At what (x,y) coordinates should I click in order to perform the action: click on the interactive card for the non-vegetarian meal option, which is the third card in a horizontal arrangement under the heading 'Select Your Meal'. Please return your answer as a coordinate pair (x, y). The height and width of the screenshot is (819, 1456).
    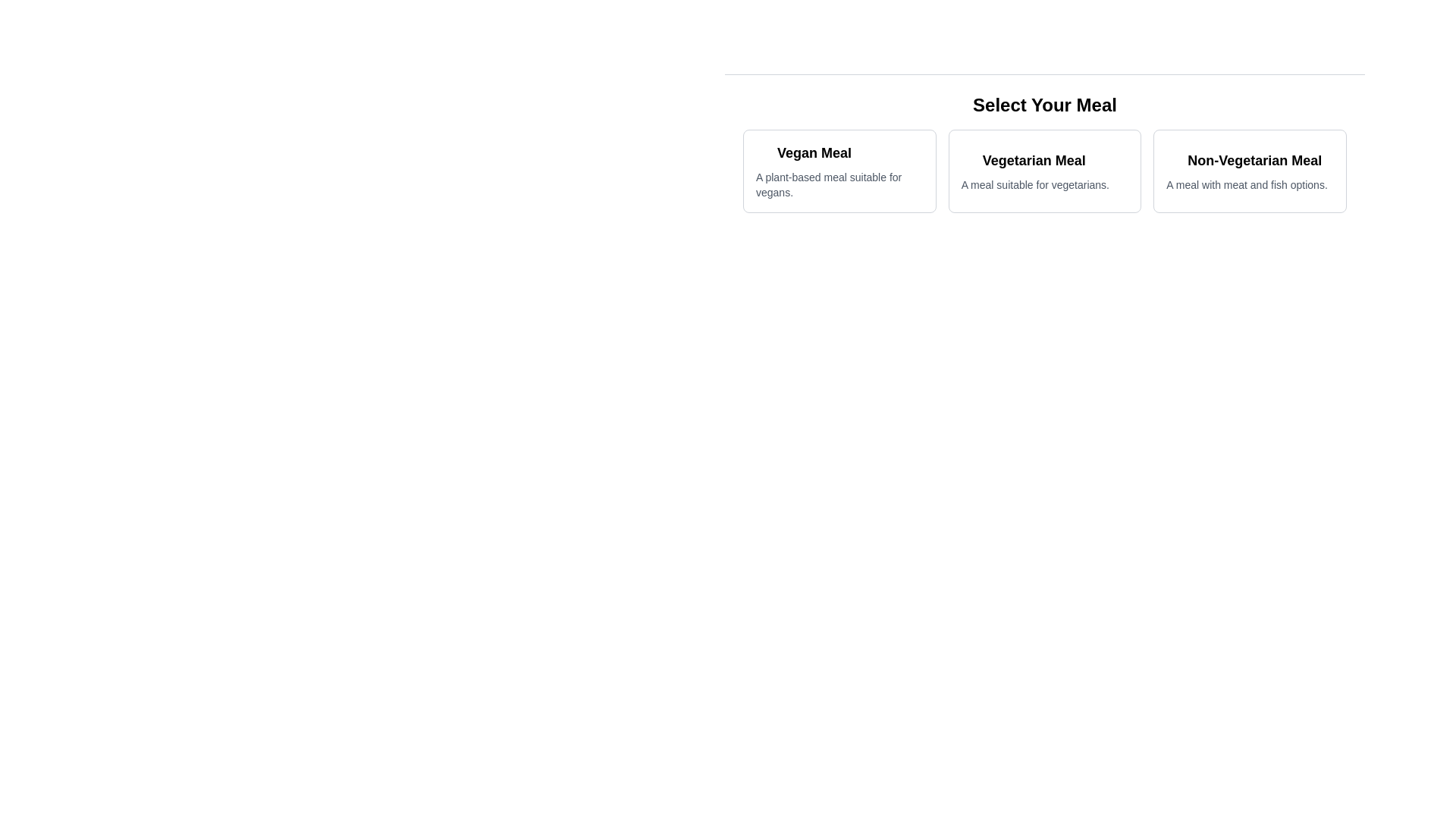
    Looking at the image, I should click on (1250, 171).